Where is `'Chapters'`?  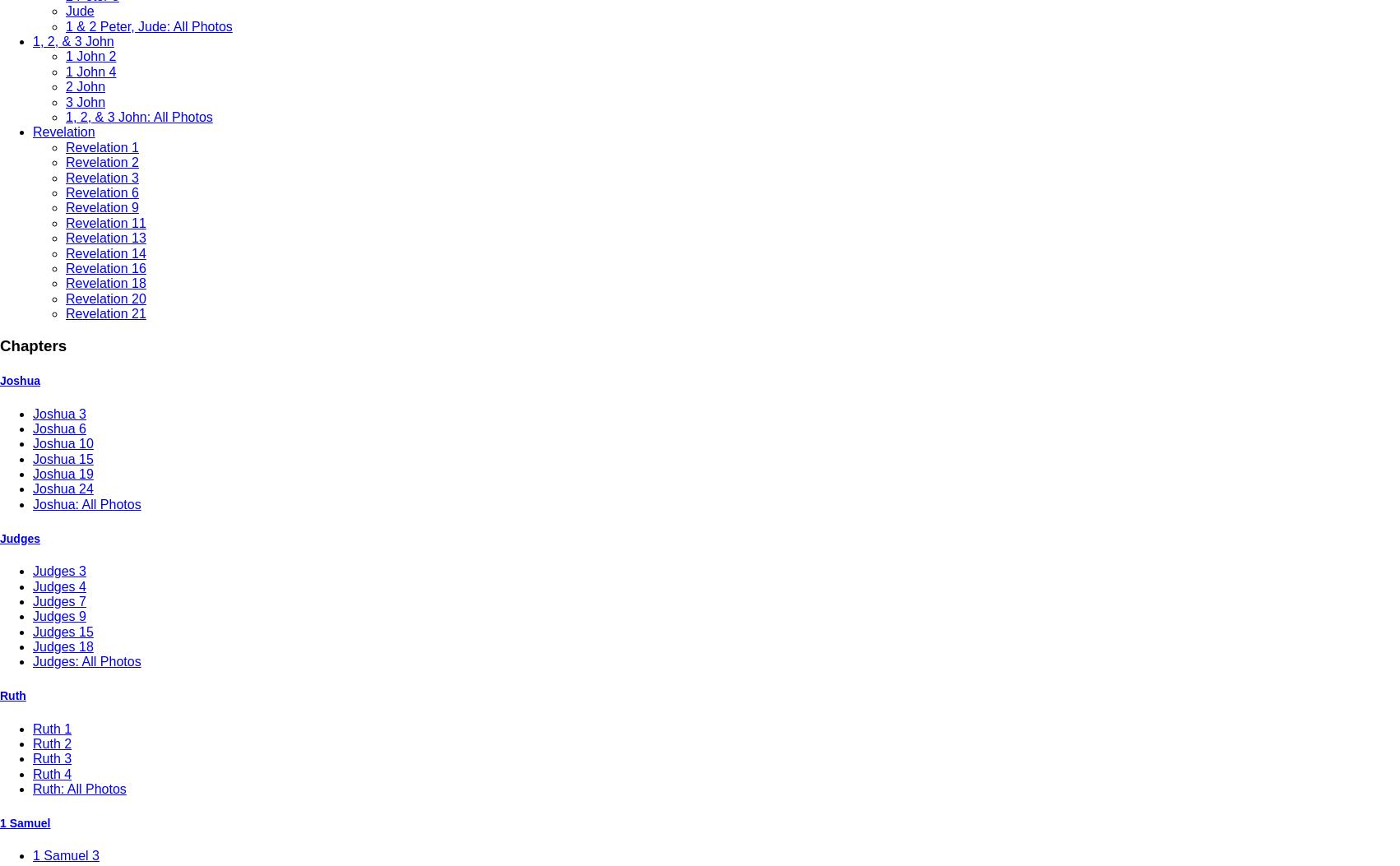 'Chapters' is located at coordinates (33, 345).